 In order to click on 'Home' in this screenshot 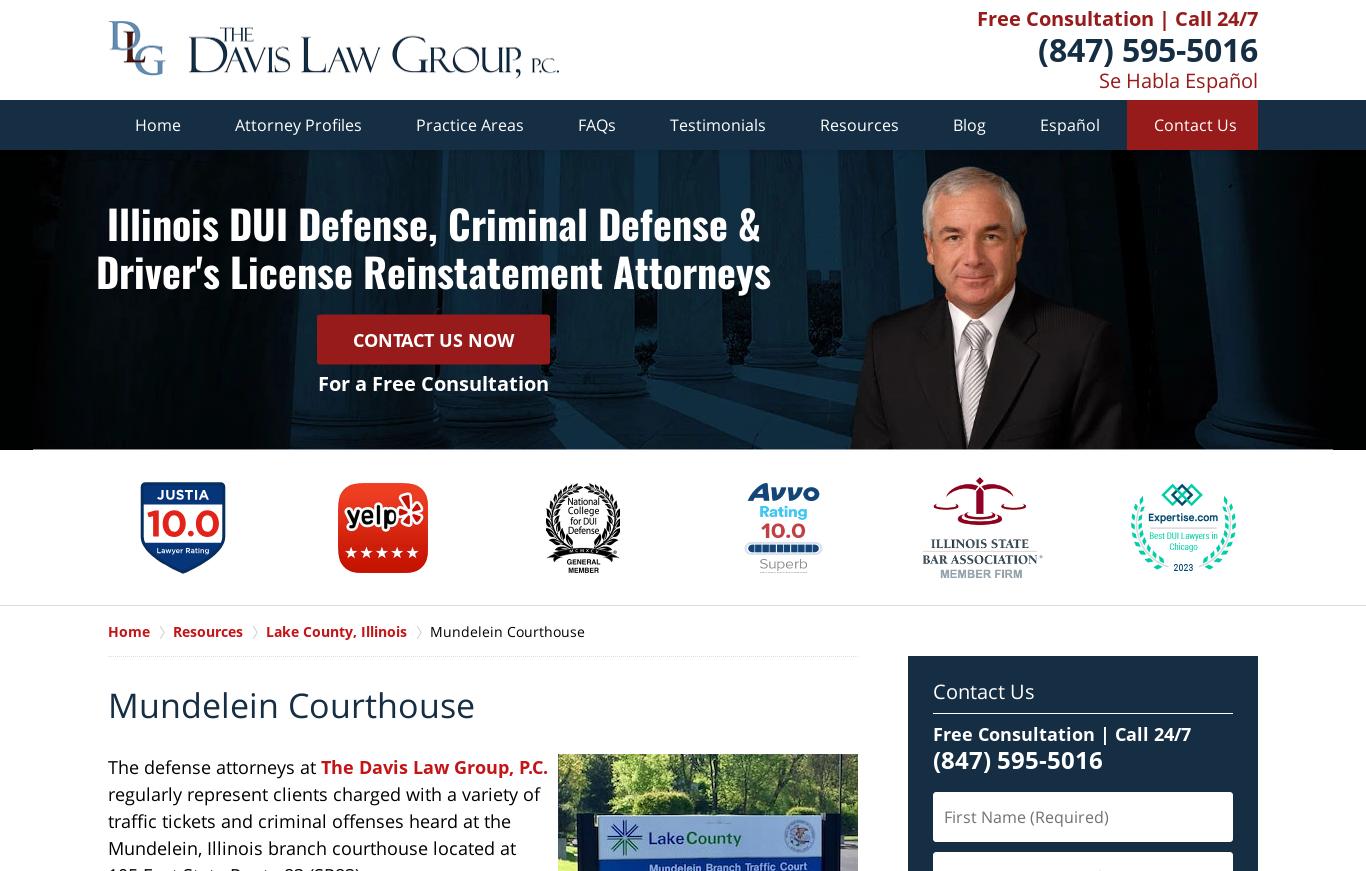, I will do `click(157, 123)`.